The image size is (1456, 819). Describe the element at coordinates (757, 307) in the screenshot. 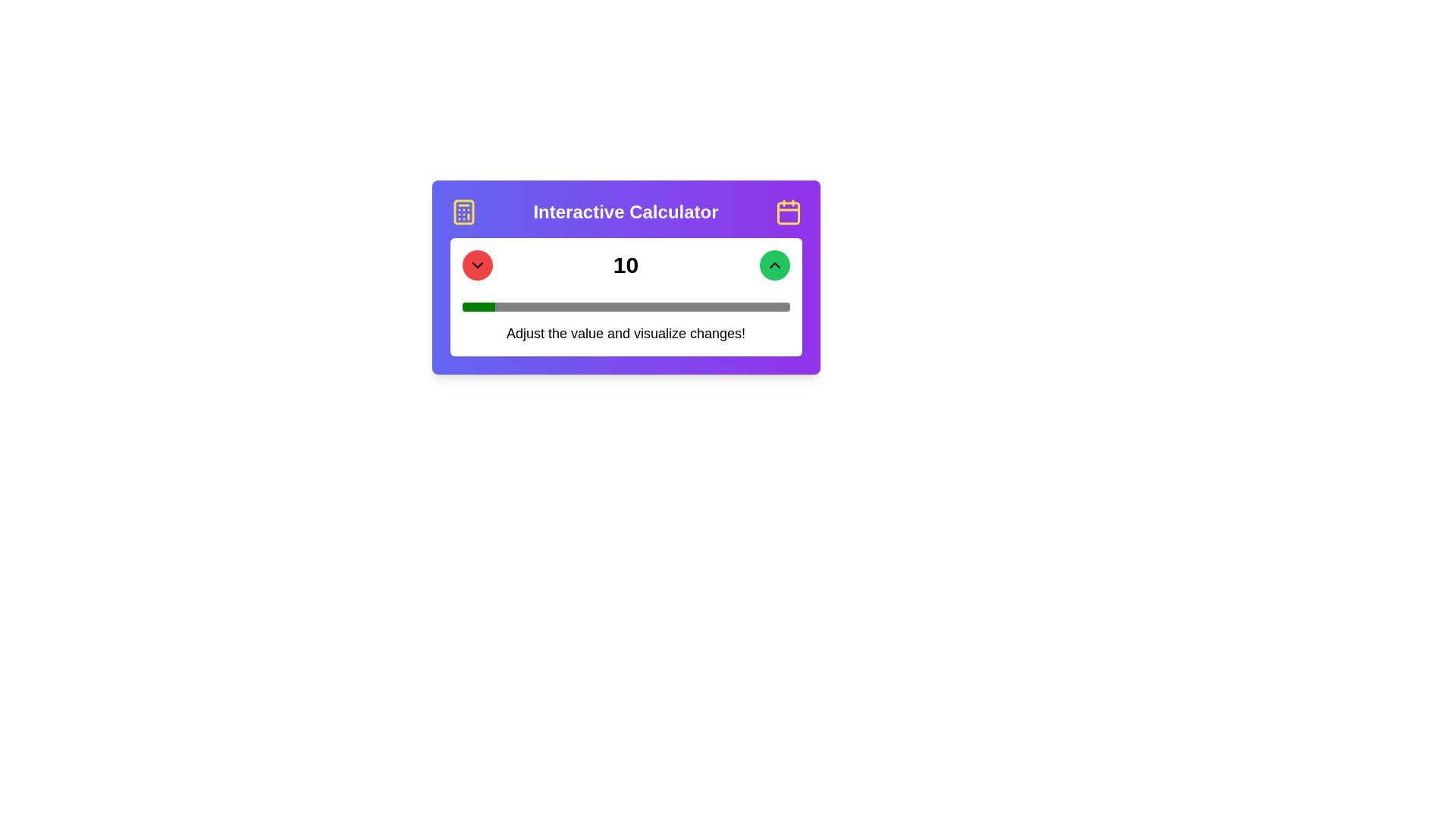

I see `the slider value` at that location.